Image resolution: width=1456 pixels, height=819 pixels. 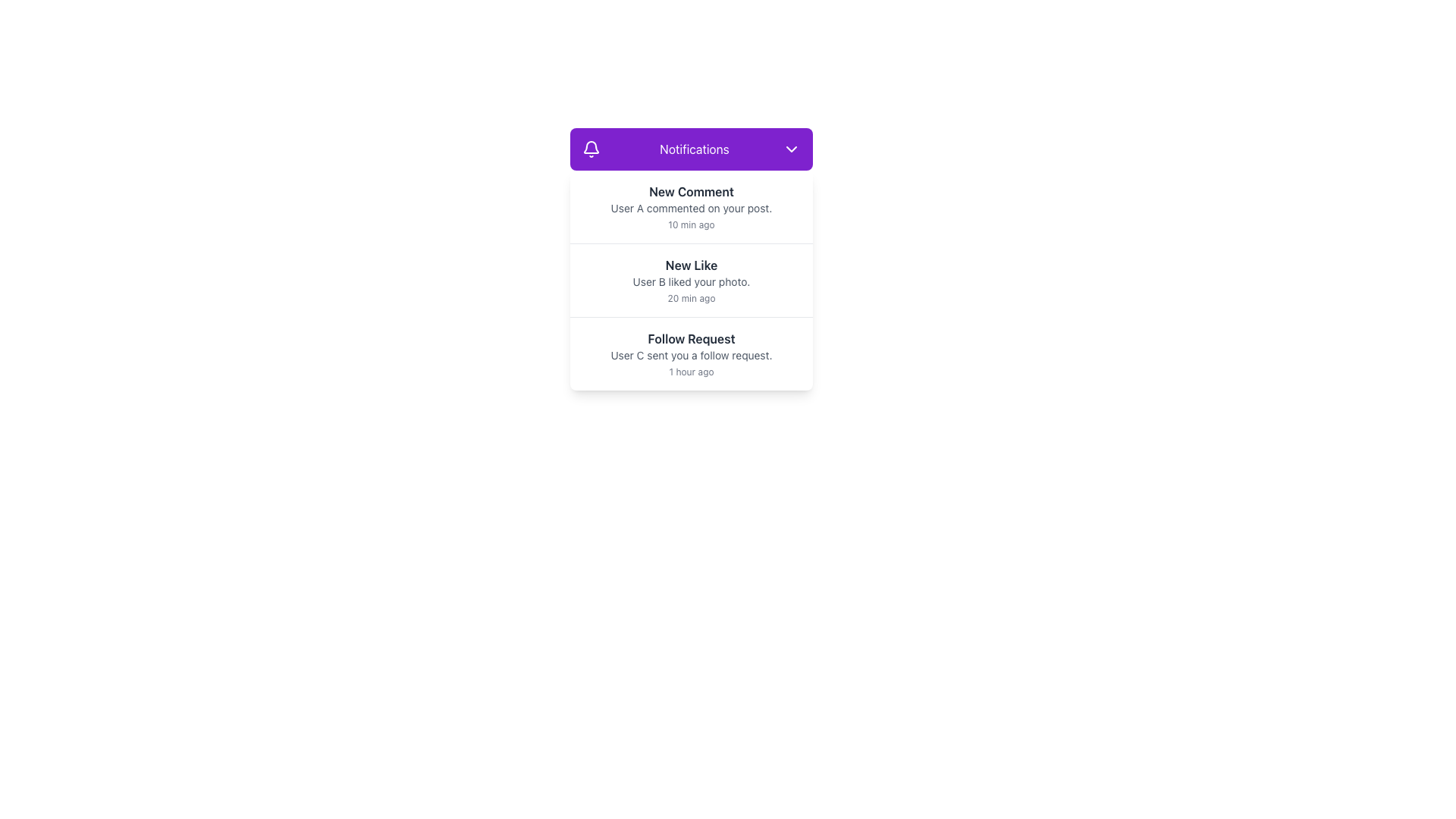 What do you see at coordinates (691, 356) in the screenshot?
I see `the informative Static Text that notifies the user about a follow request from User C, located between the 'Follow Request' title and the '1 hour ago' timestamp` at bounding box center [691, 356].